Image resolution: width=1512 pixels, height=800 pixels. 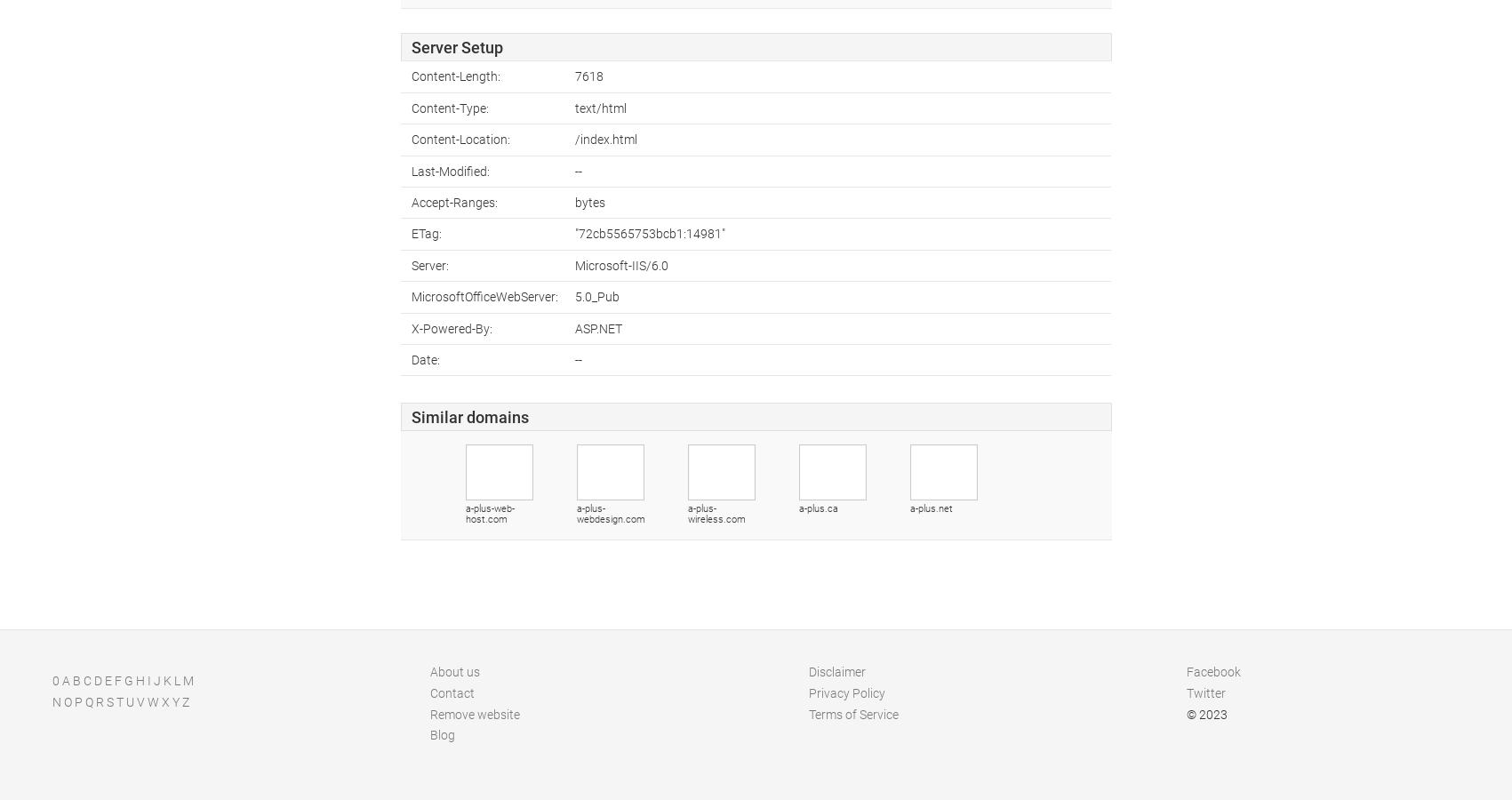 What do you see at coordinates (174, 701) in the screenshot?
I see `'Y'` at bounding box center [174, 701].